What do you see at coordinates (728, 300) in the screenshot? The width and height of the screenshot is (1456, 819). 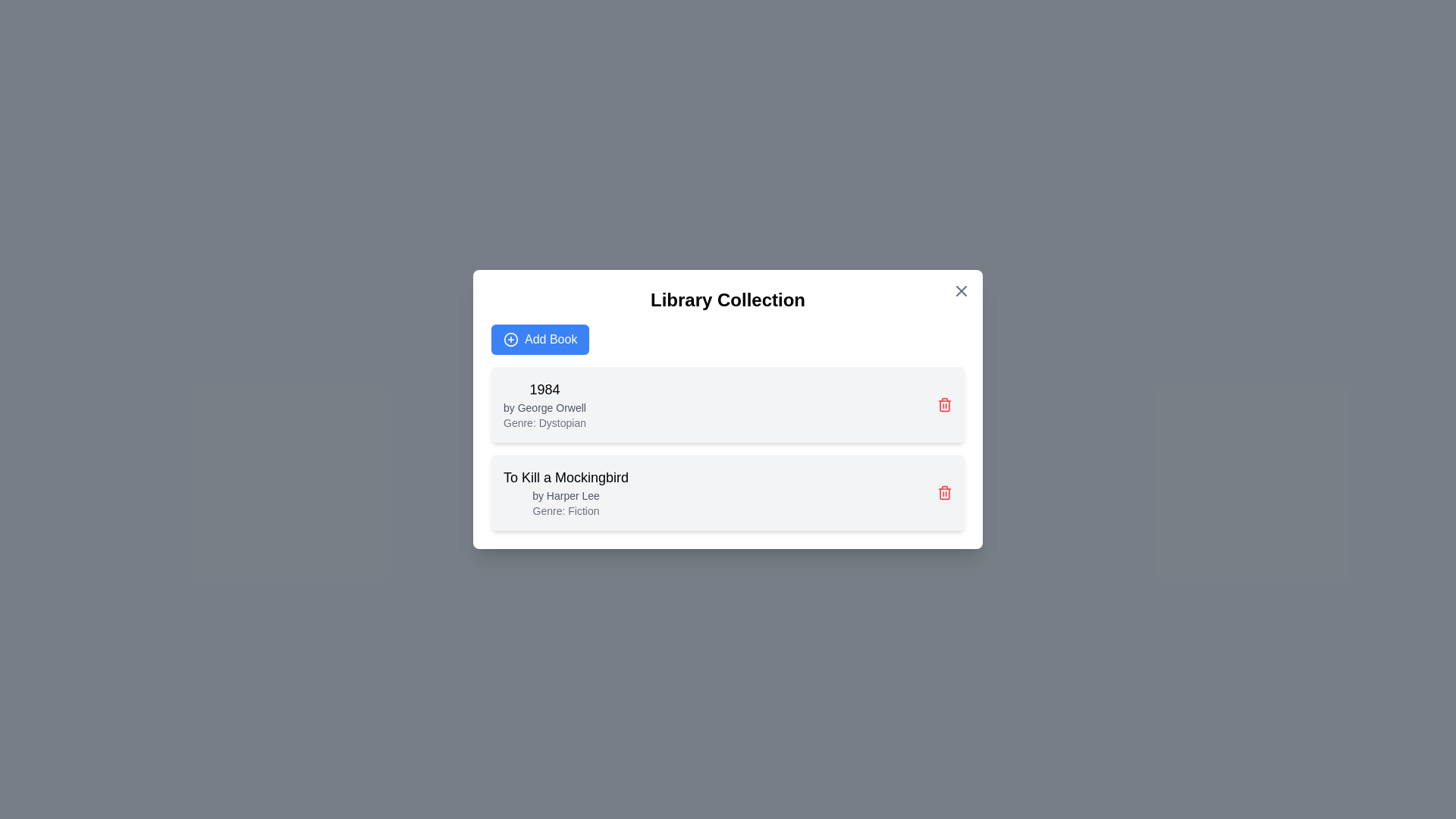 I see `the title or header text element located in the card's header section, which is centered horizontally and positioned above the 'Add Book' button` at bounding box center [728, 300].